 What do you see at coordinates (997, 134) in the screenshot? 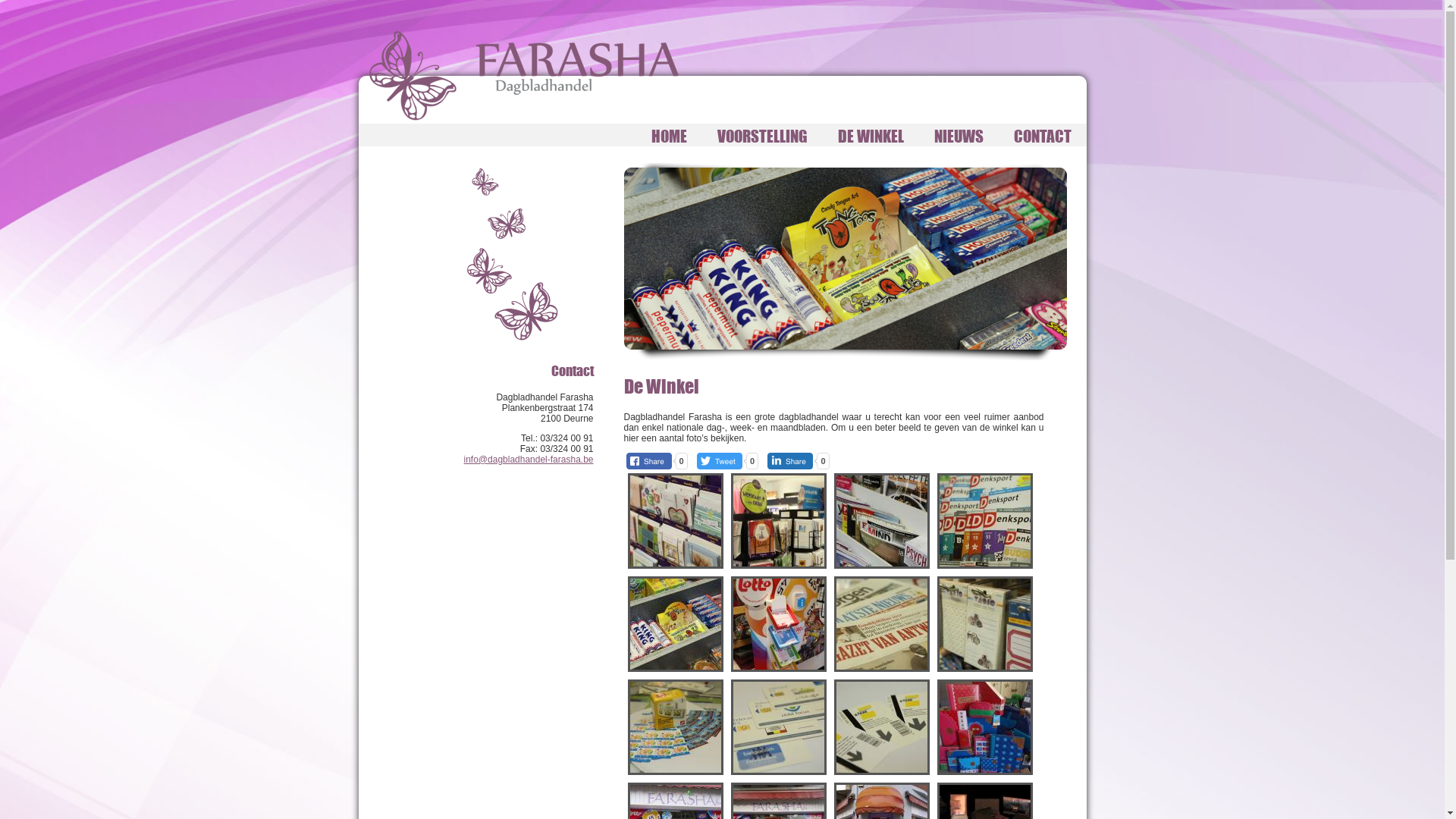
I see `'CONTACT'` at bounding box center [997, 134].